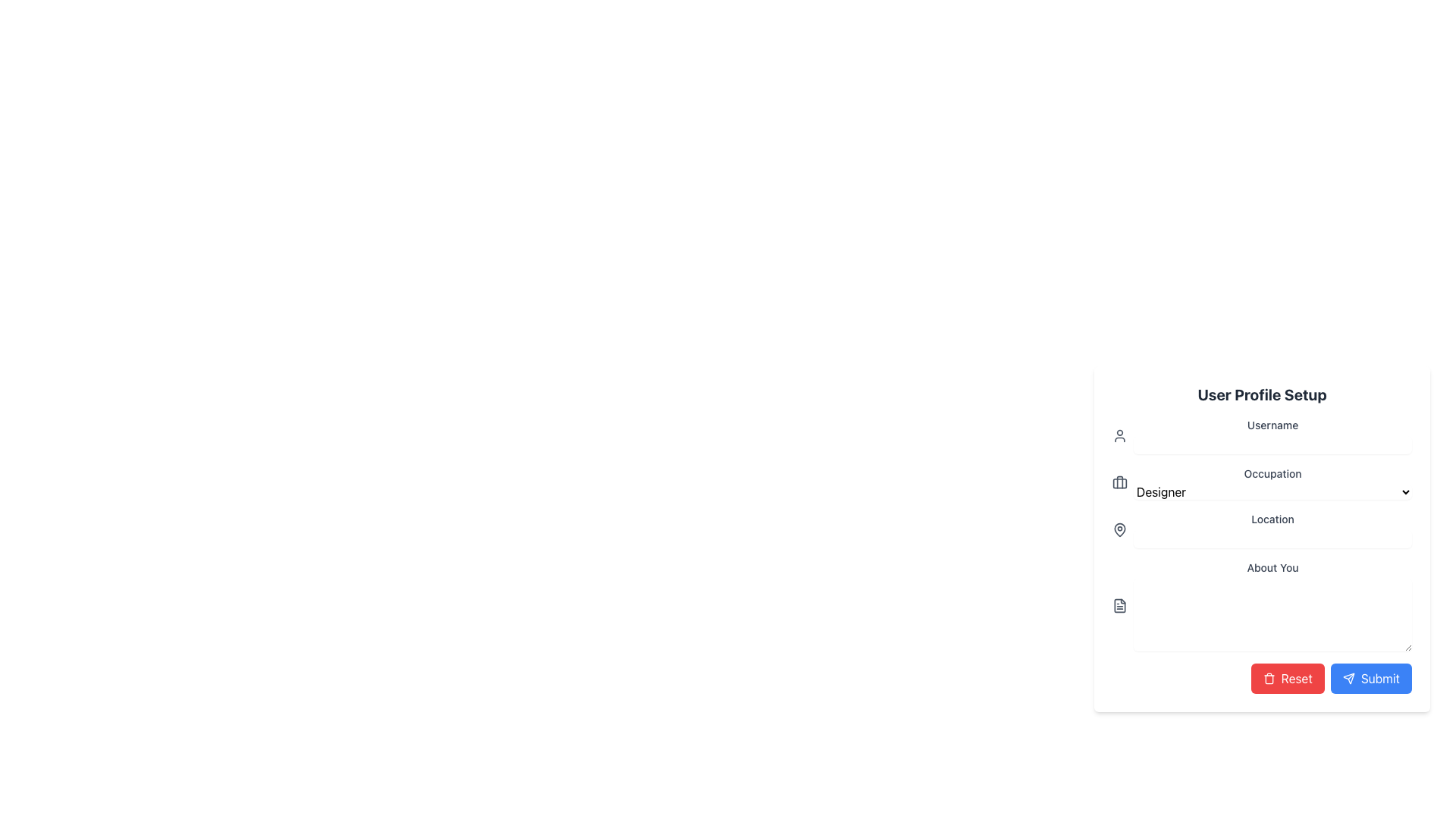 Image resolution: width=1456 pixels, height=819 pixels. Describe the element at coordinates (1348, 677) in the screenshot. I see `the paper plane icon located on the right side of the blue 'Submit' button at the bottom-right of the form layout` at that location.